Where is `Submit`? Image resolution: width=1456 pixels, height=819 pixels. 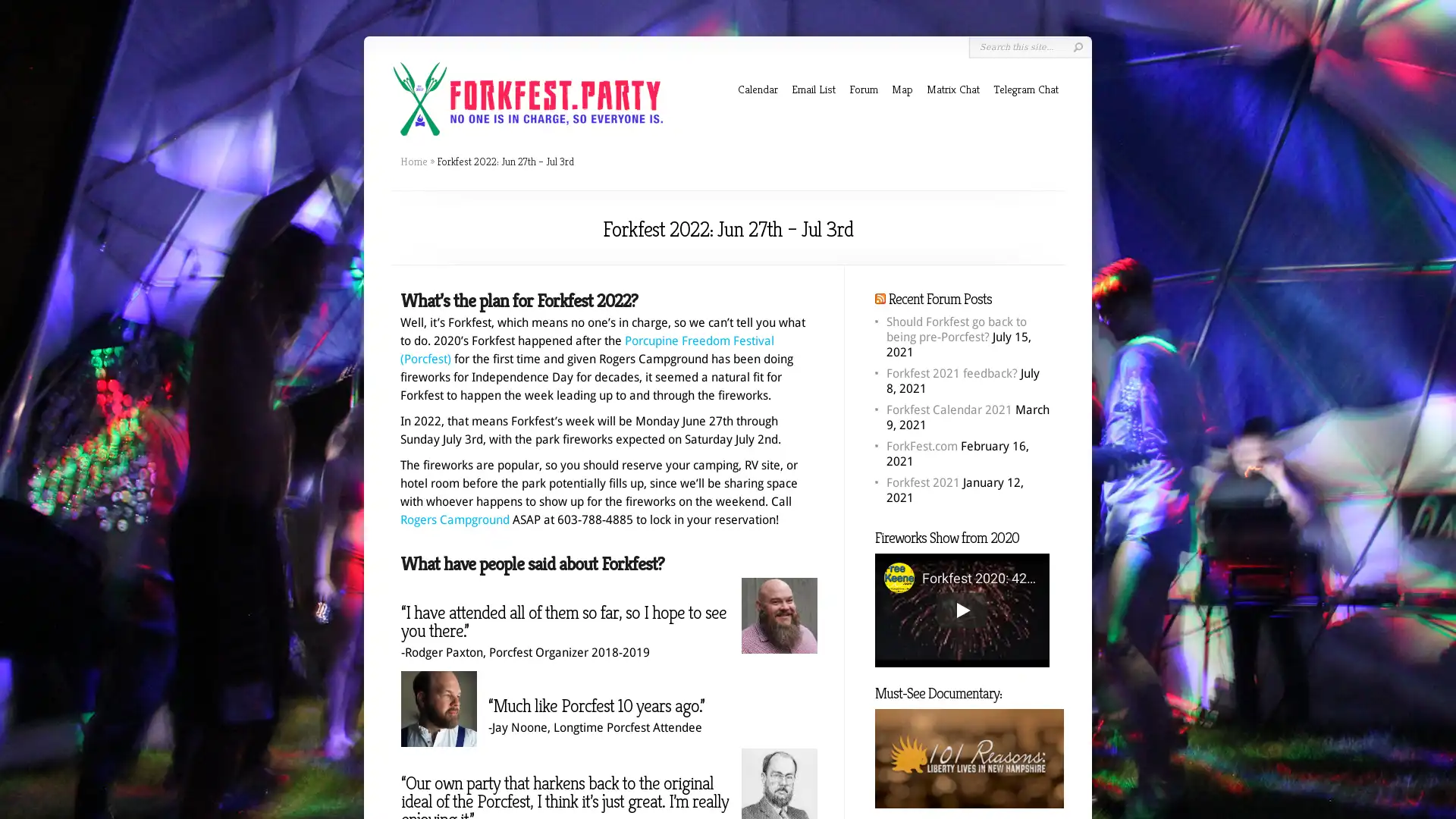 Submit is located at coordinates (1077, 46).